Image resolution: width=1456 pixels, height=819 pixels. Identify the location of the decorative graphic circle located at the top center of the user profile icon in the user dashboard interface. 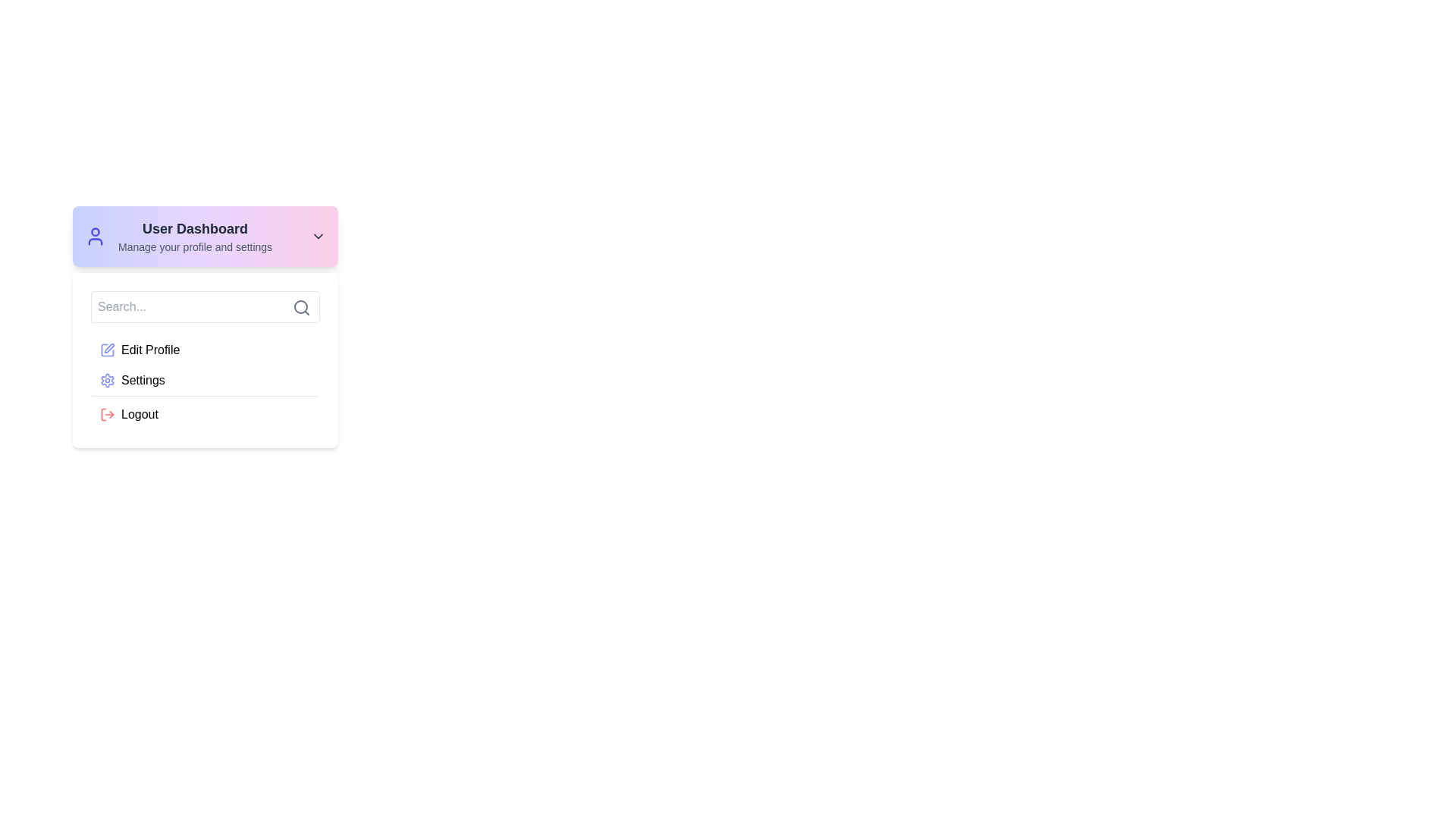
(94, 232).